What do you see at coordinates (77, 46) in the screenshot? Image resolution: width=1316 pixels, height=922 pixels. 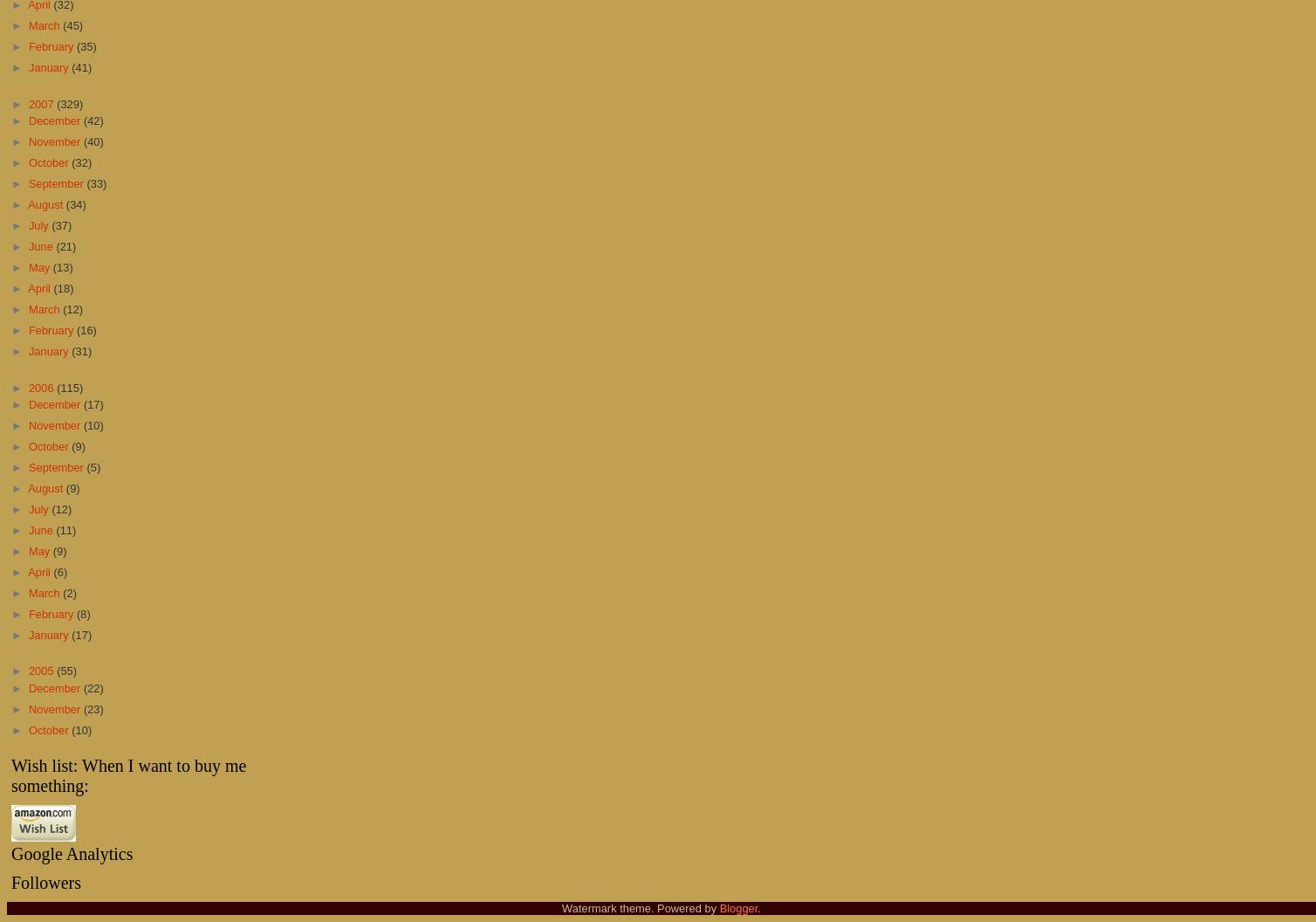 I see `'(35)'` at bounding box center [77, 46].